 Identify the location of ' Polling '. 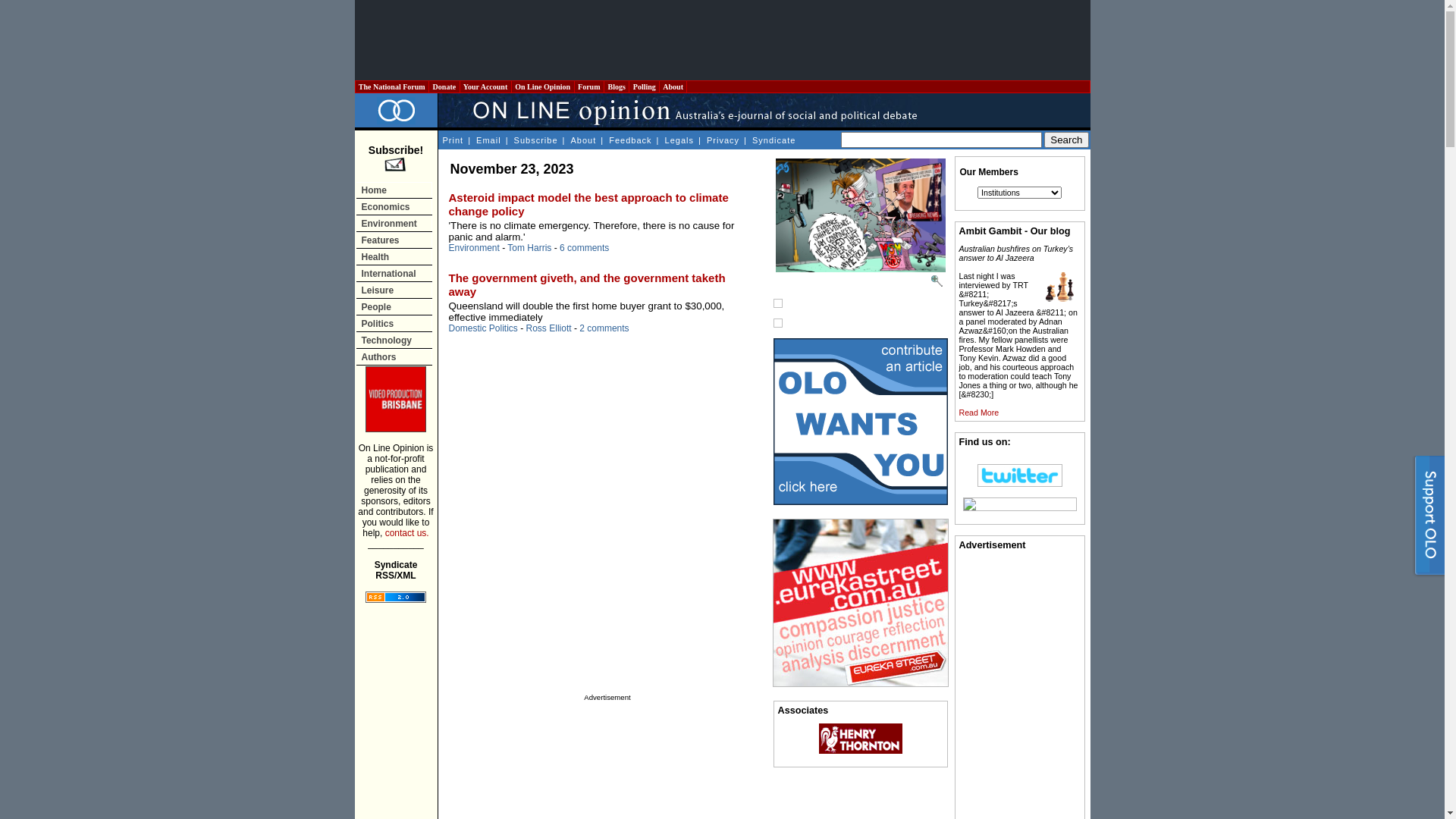
(644, 86).